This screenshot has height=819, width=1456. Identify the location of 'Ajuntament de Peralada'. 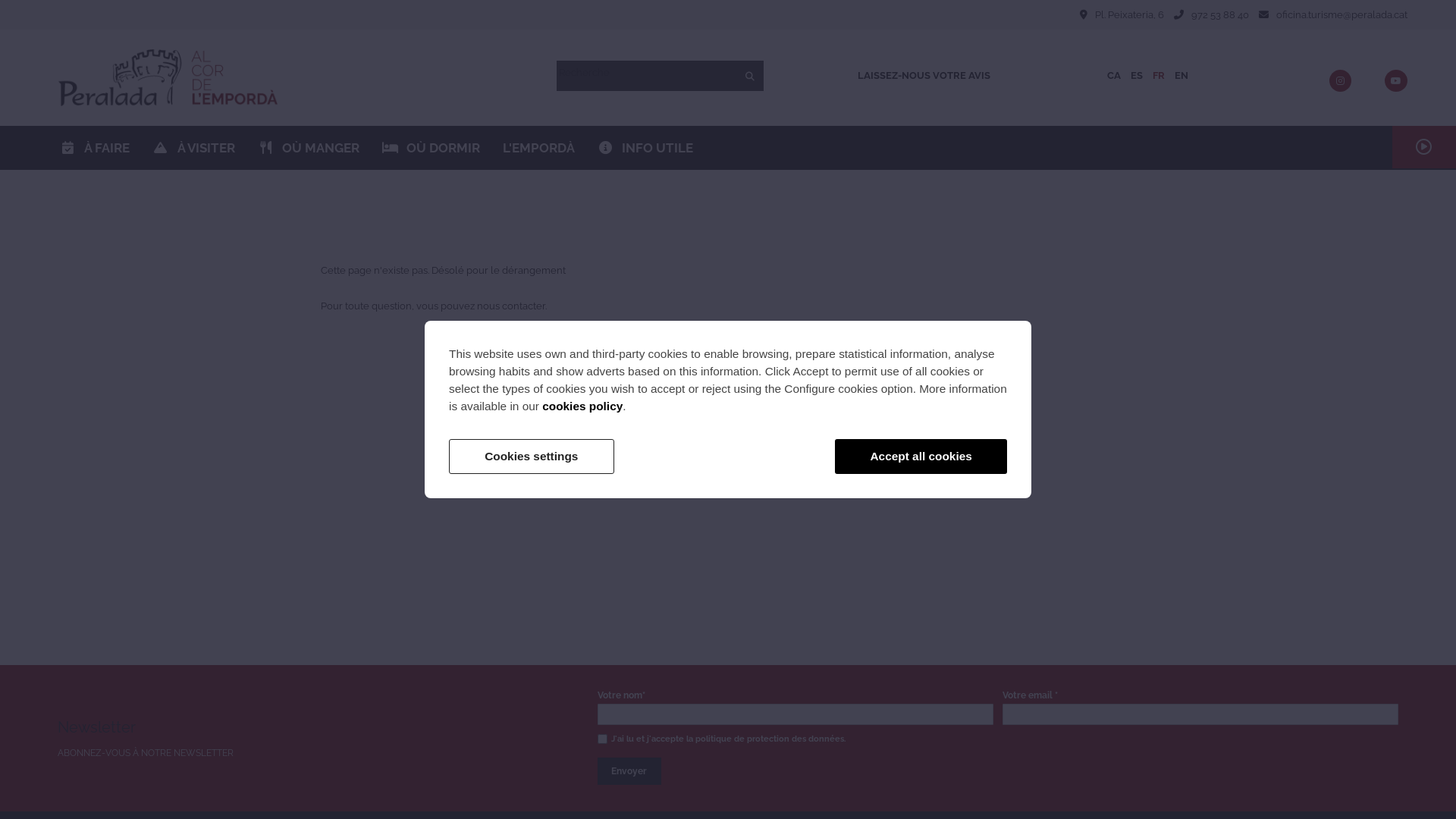
(168, 77).